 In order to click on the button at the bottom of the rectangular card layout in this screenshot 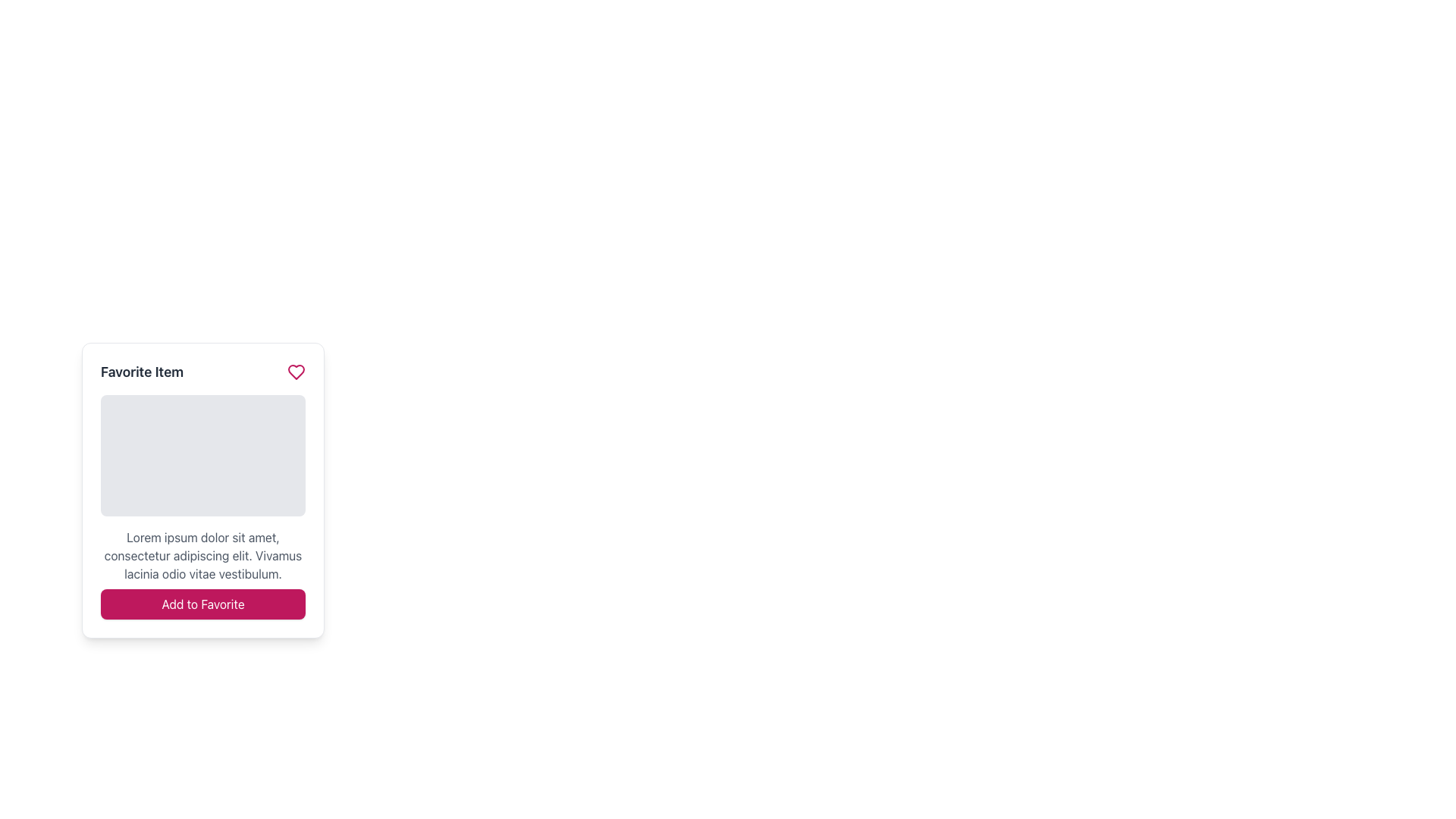, I will do `click(202, 604)`.